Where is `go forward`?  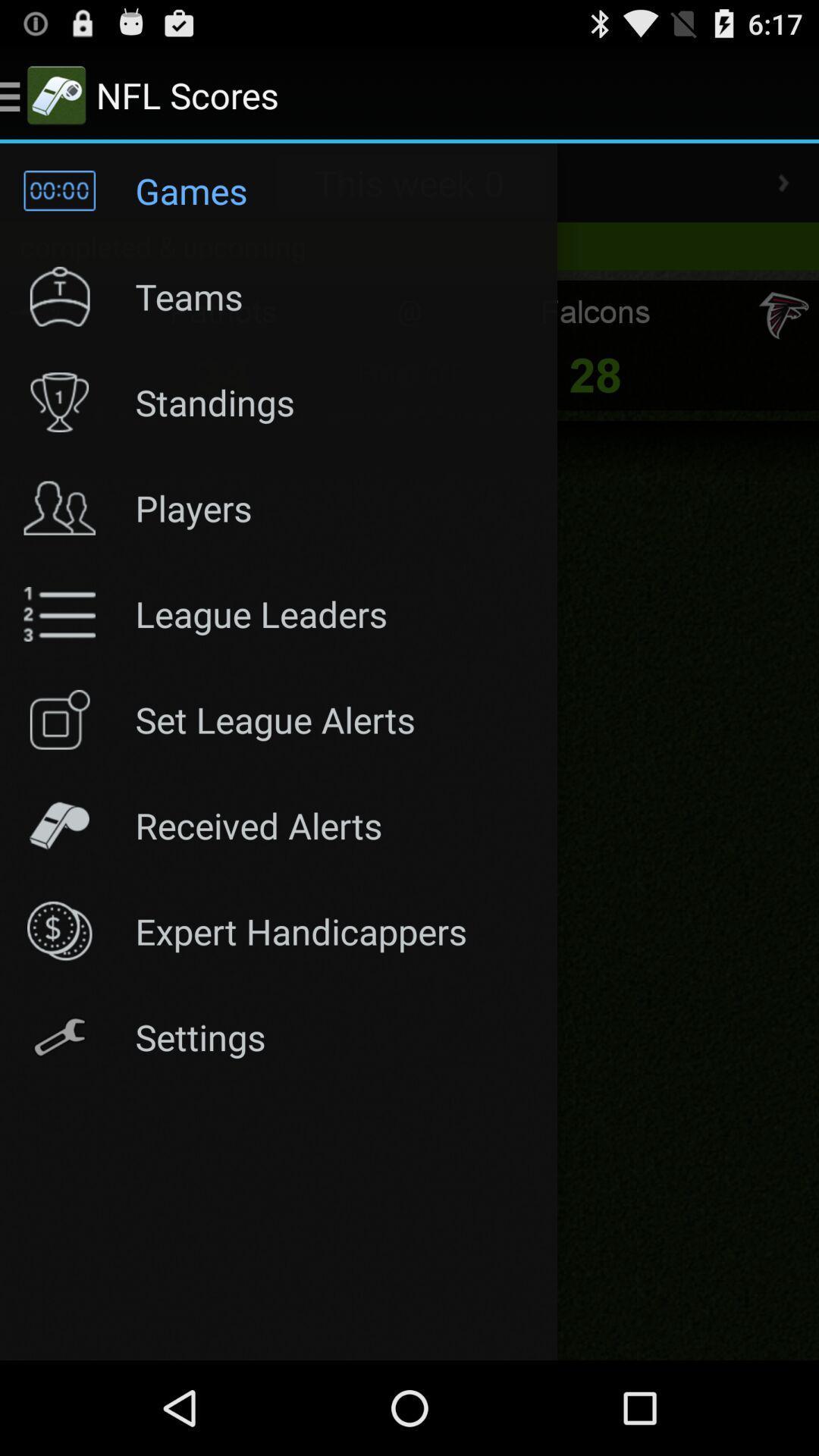 go forward is located at coordinates (783, 182).